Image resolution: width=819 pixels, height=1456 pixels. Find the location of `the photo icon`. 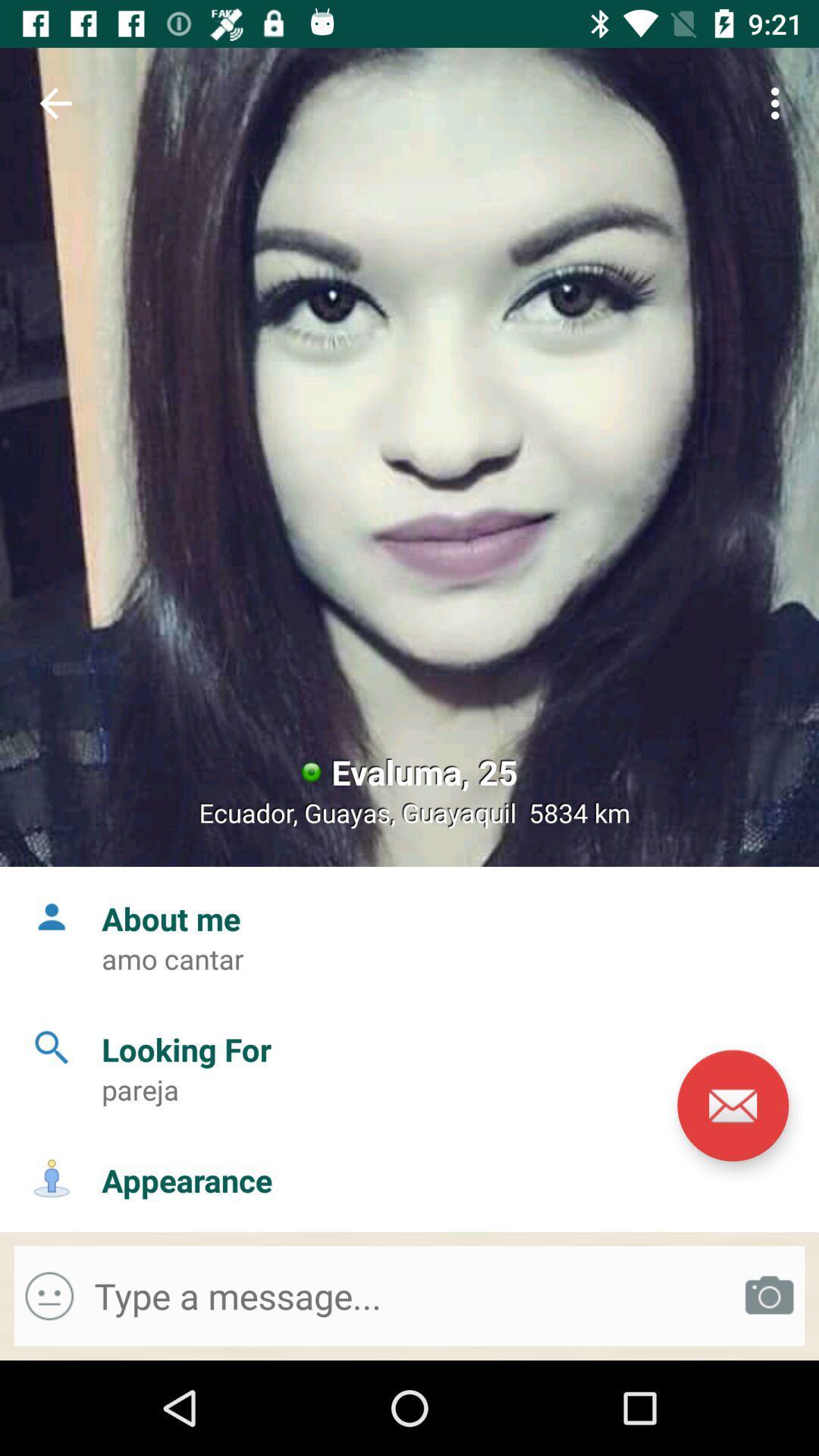

the photo icon is located at coordinates (769, 1295).